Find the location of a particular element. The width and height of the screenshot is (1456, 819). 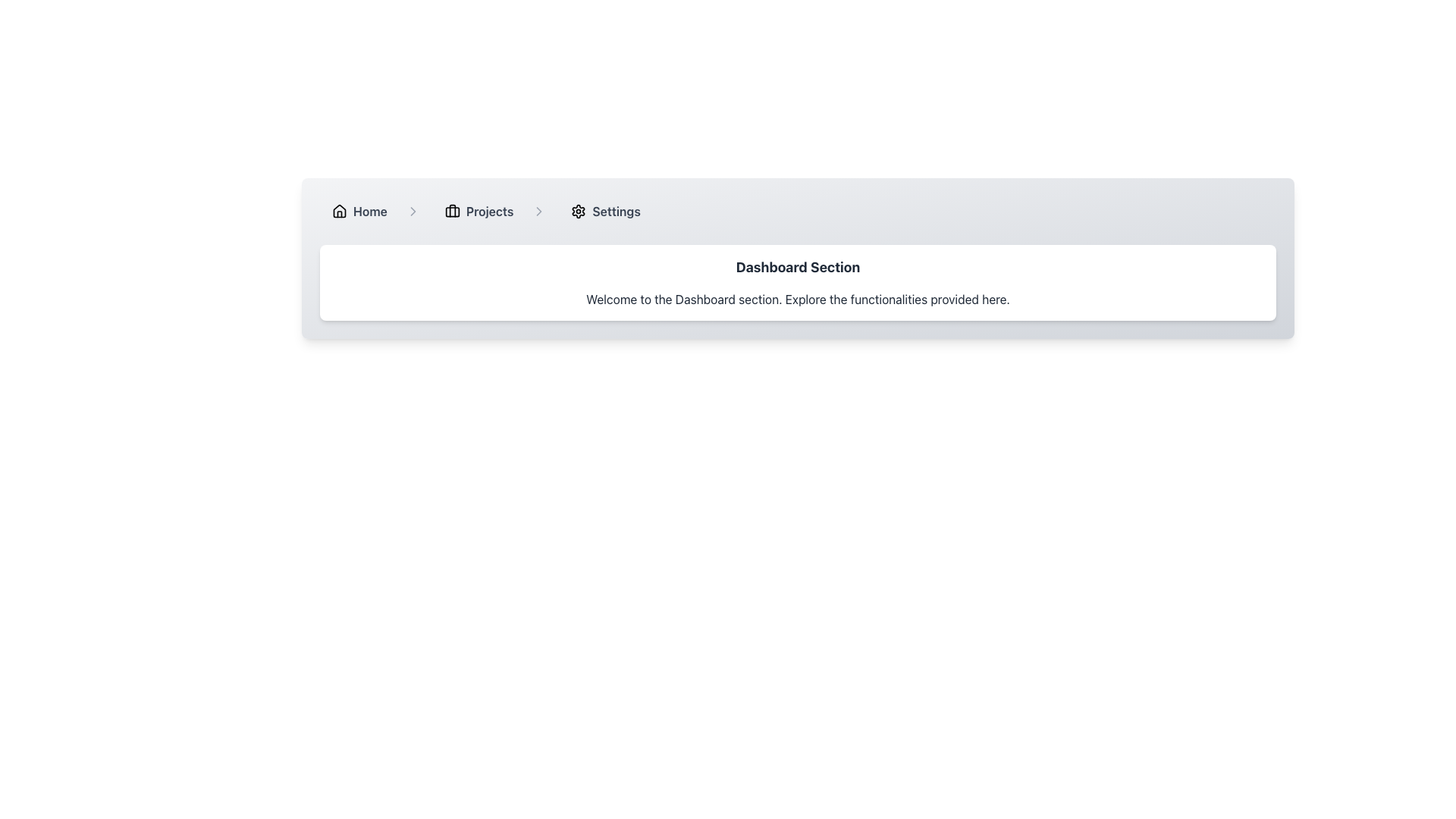

the gear-shaped icon located in the navigation menu bar, adjacent to the text 'Settings', to check for additional information is located at coordinates (578, 211).